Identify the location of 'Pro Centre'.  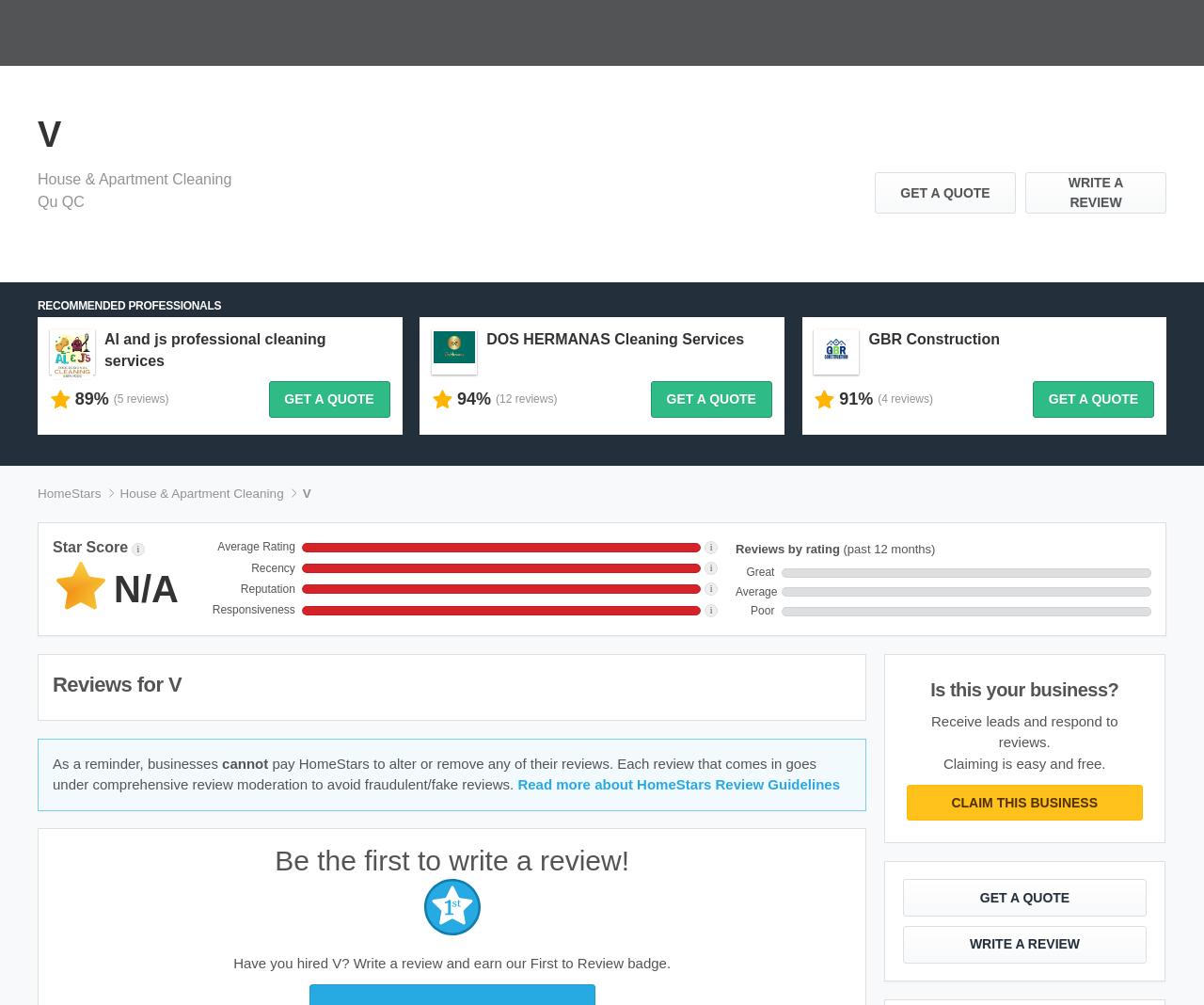
(356, 805).